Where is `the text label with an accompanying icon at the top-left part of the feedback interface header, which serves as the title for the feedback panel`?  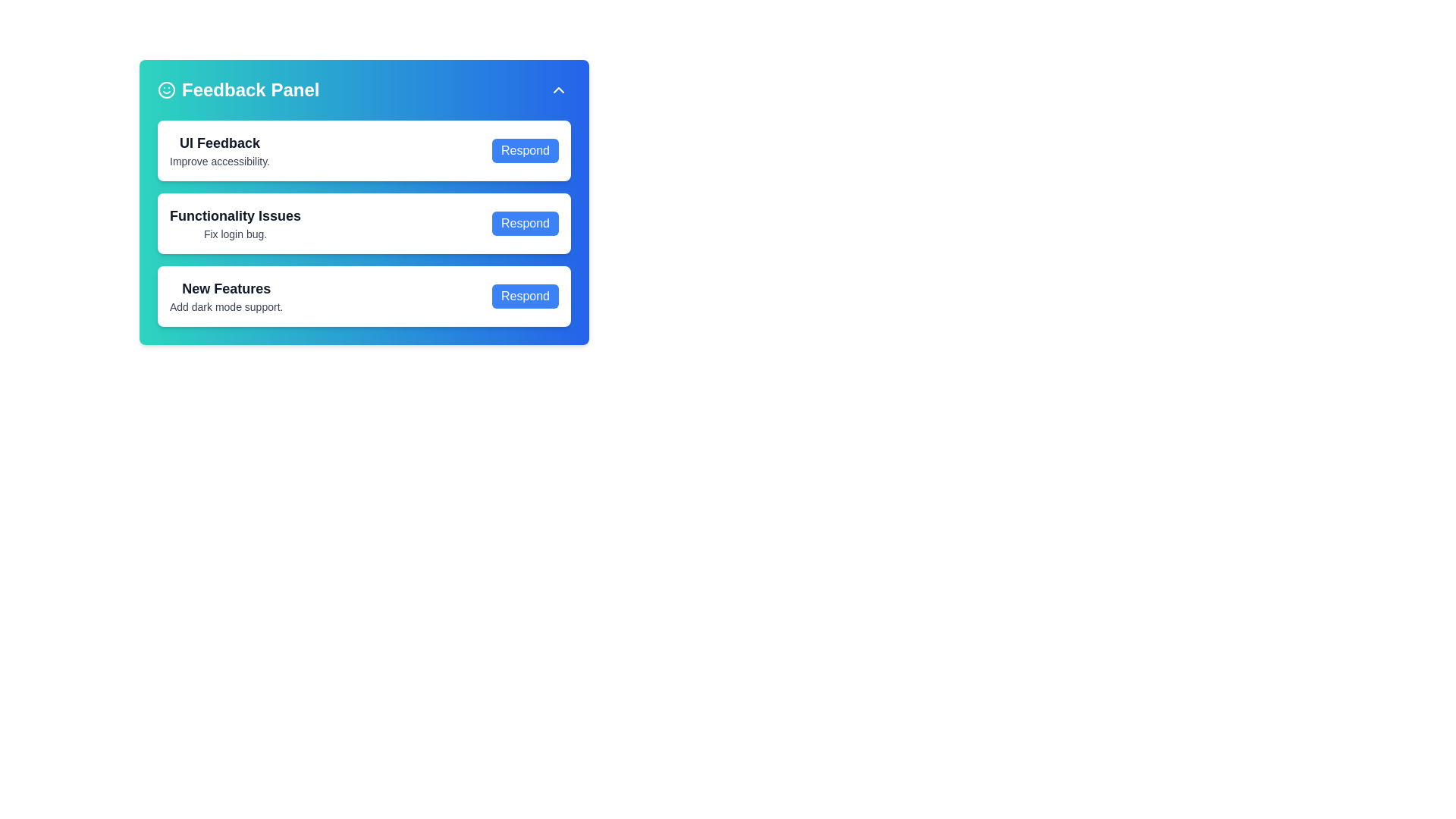
the text label with an accompanying icon at the top-left part of the feedback interface header, which serves as the title for the feedback panel is located at coordinates (237, 90).